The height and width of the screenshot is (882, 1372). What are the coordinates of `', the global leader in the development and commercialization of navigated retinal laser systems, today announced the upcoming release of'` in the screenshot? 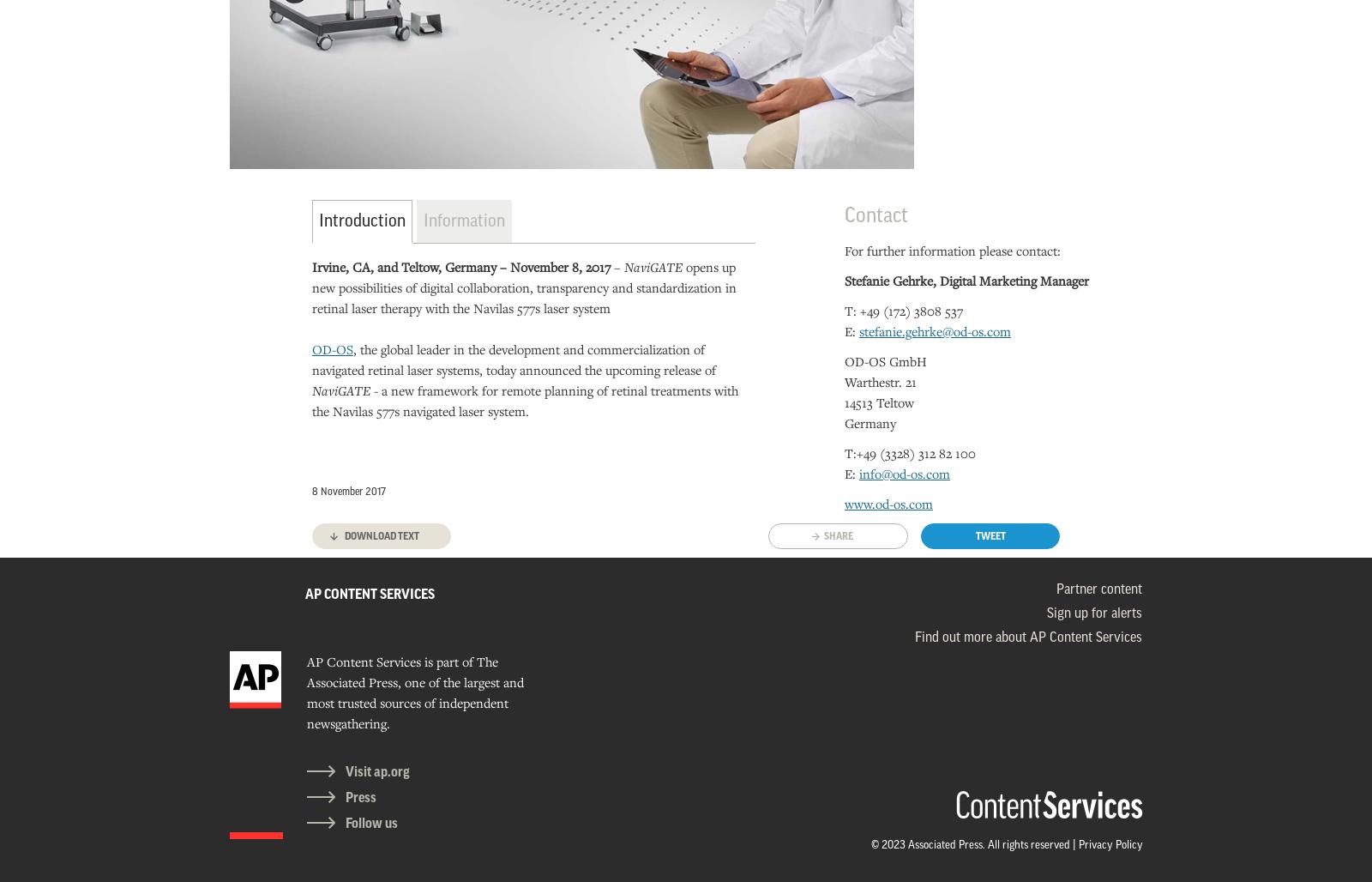 It's located at (311, 358).